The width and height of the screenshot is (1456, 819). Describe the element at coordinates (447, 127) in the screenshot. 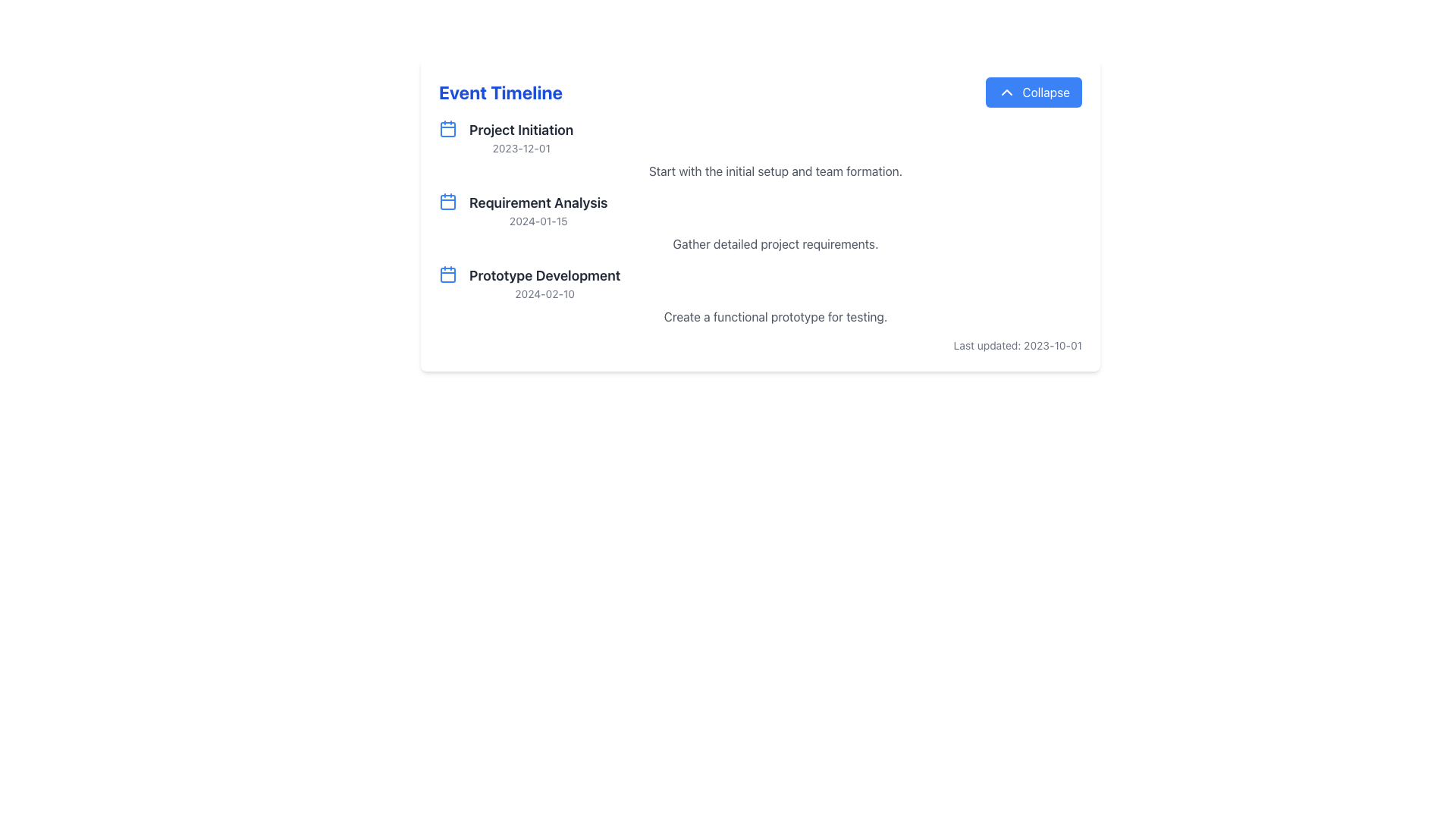

I see `the calendar icon representing the 'Project Initiation' event` at that location.